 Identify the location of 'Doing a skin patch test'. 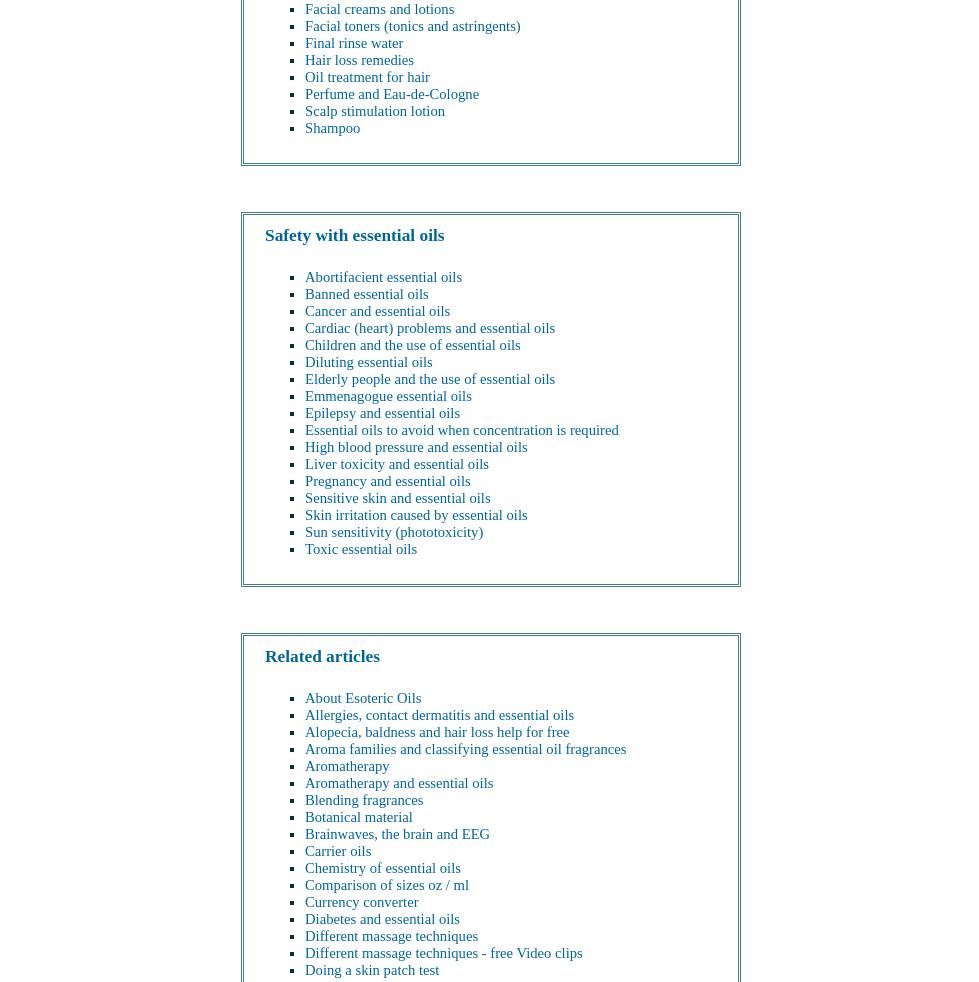
(372, 970).